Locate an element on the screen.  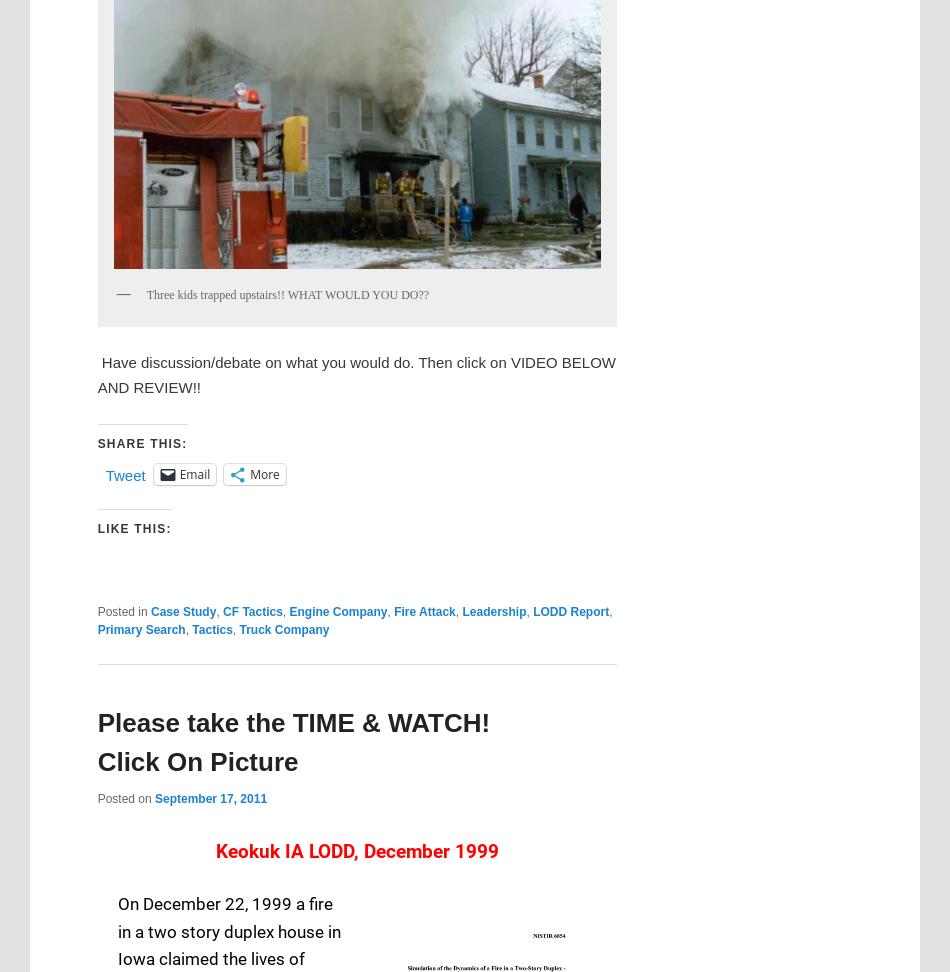
'Leadership' is located at coordinates (494, 611).